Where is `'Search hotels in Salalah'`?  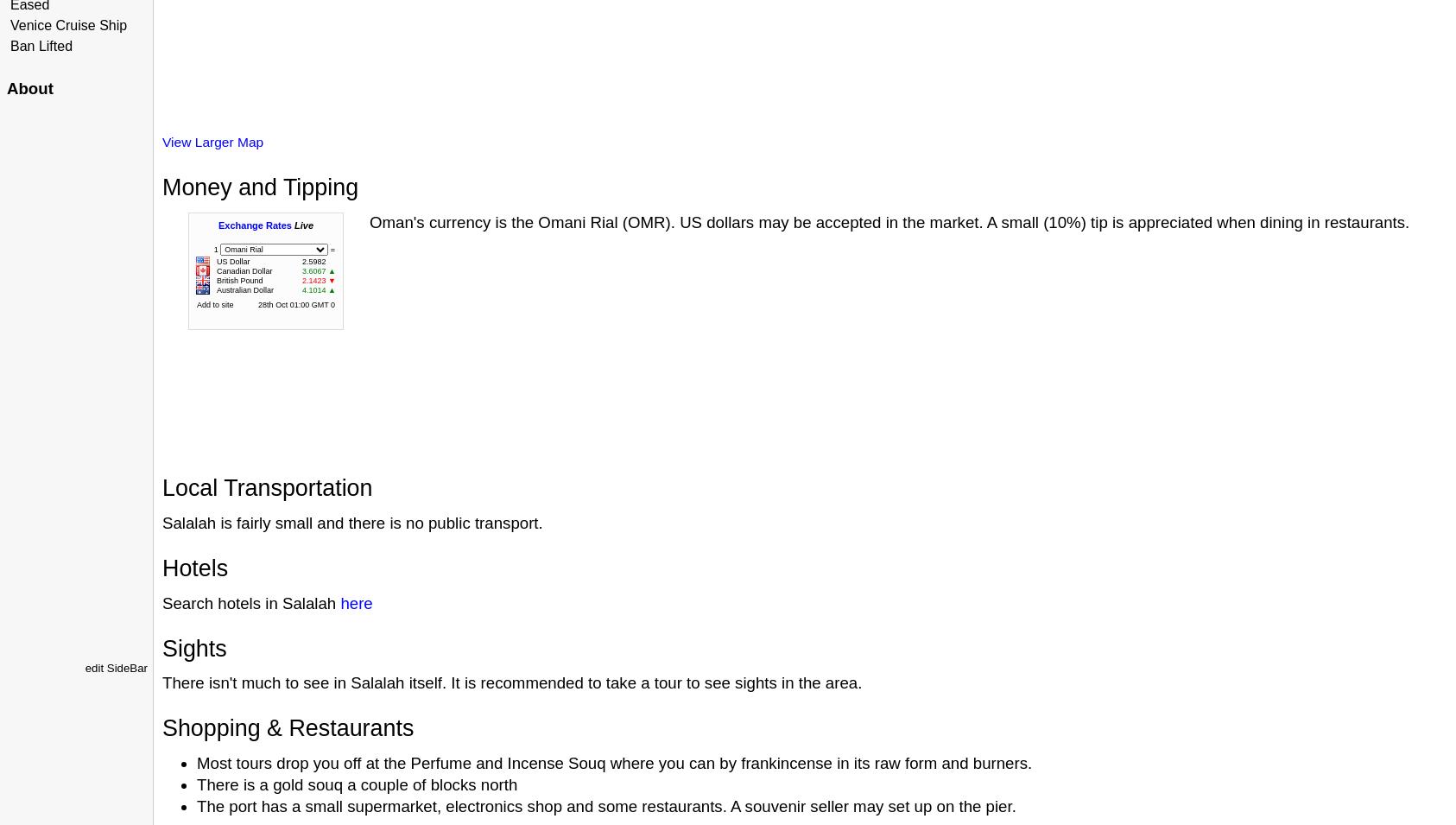 'Search hotels in Salalah' is located at coordinates (250, 601).